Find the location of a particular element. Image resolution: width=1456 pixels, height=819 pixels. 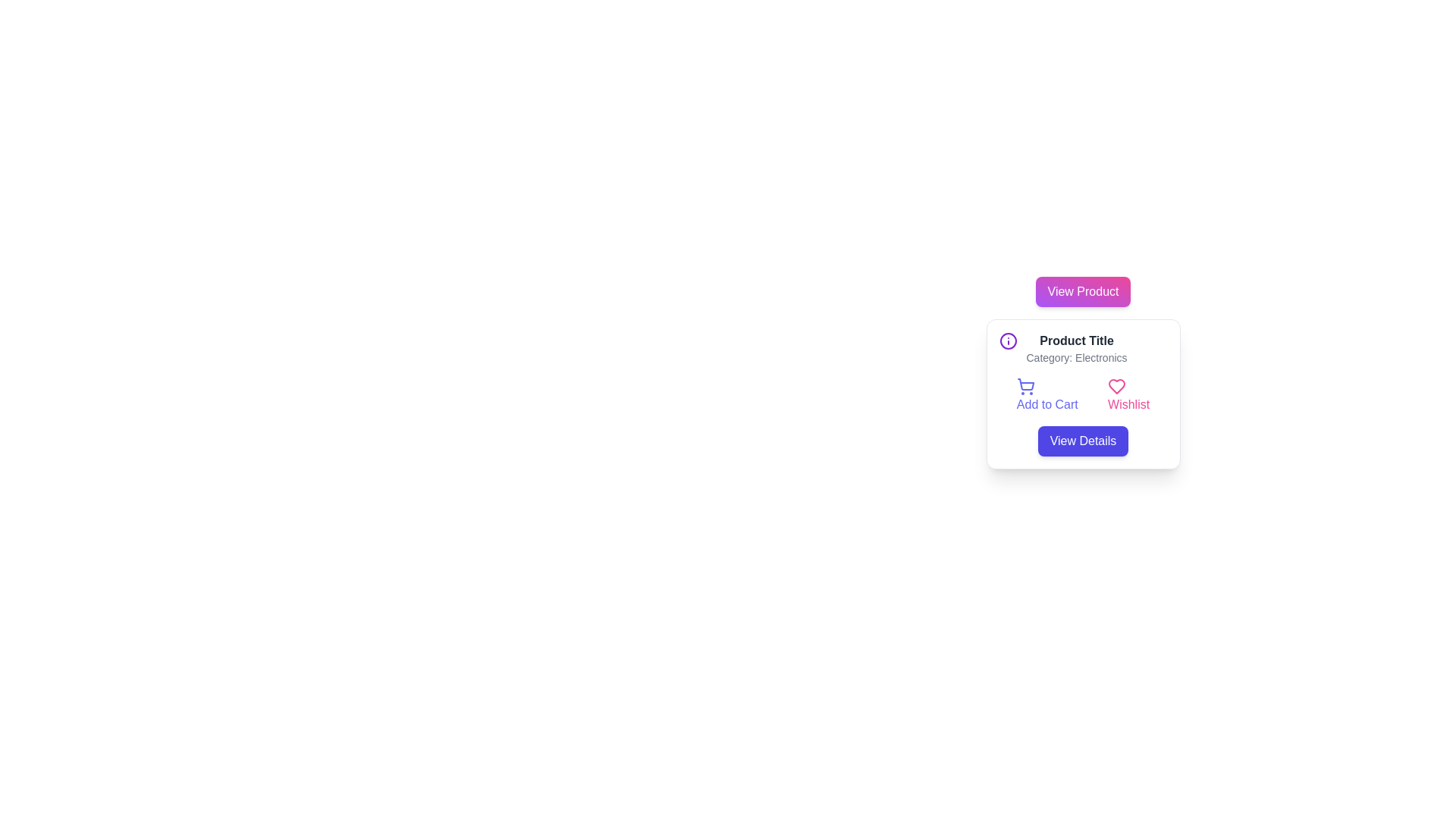

the wishlist icon located in the bottom-right area of the layout, positioned to the right of the 'Add to Cart' icon and above the 'View Details' button is located at coordinates (1117, 385).